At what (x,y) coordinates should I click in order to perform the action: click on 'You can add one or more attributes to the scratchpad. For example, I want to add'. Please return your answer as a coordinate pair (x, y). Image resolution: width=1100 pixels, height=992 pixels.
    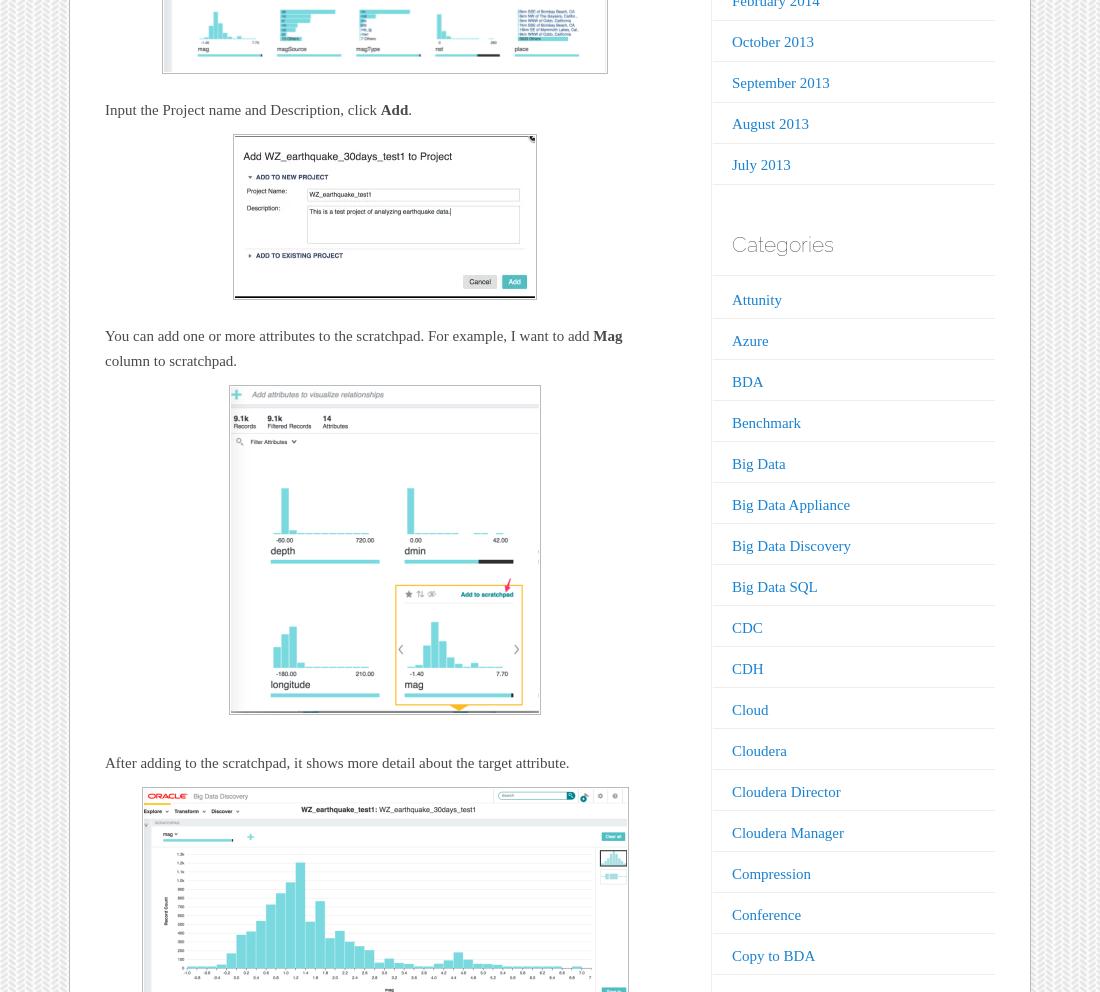
    Looking at the image, I should click on (349, 334).